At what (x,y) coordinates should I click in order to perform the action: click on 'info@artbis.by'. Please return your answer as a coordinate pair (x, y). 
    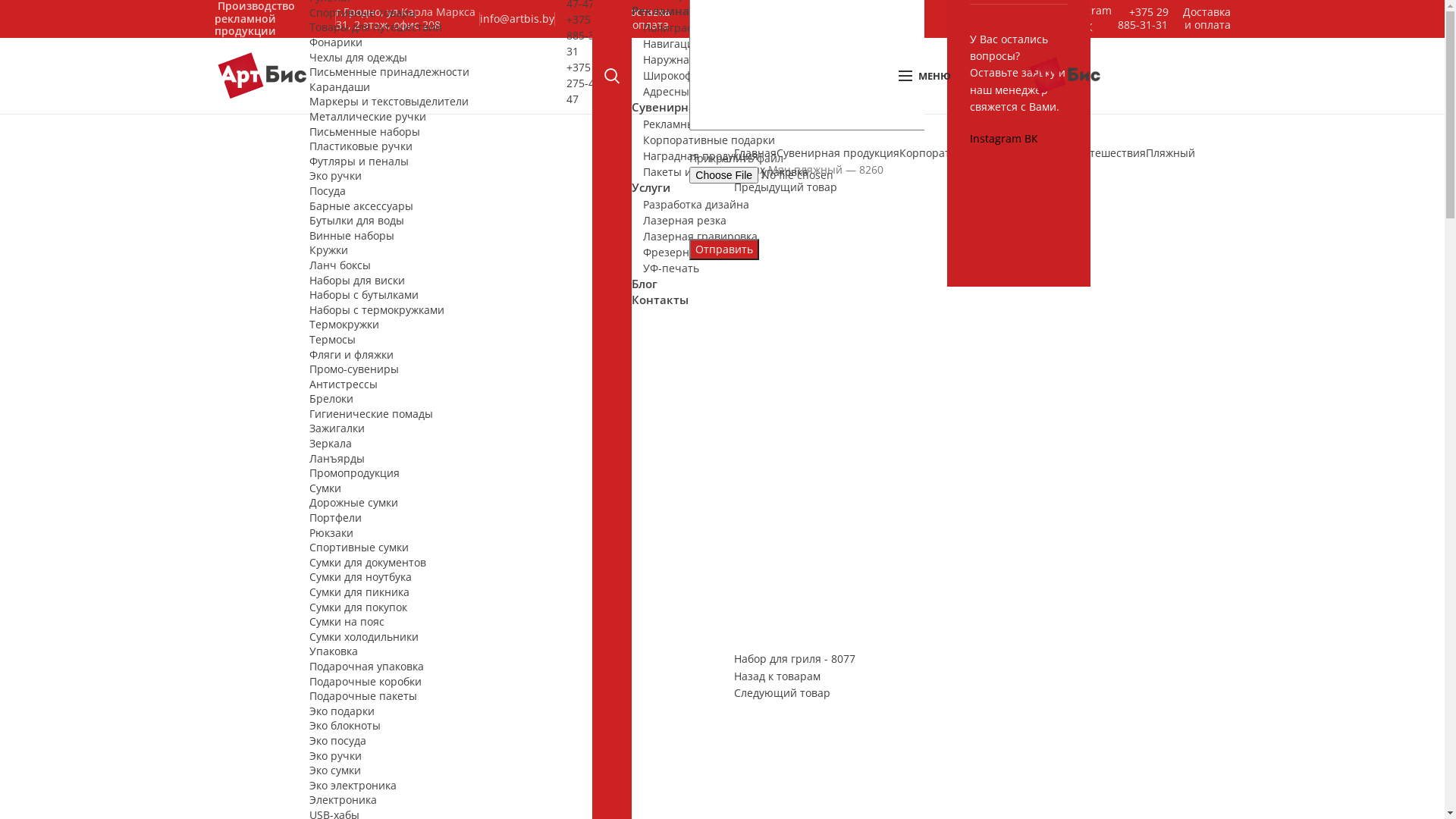
    Looking at the image, I should click on (516, 18).